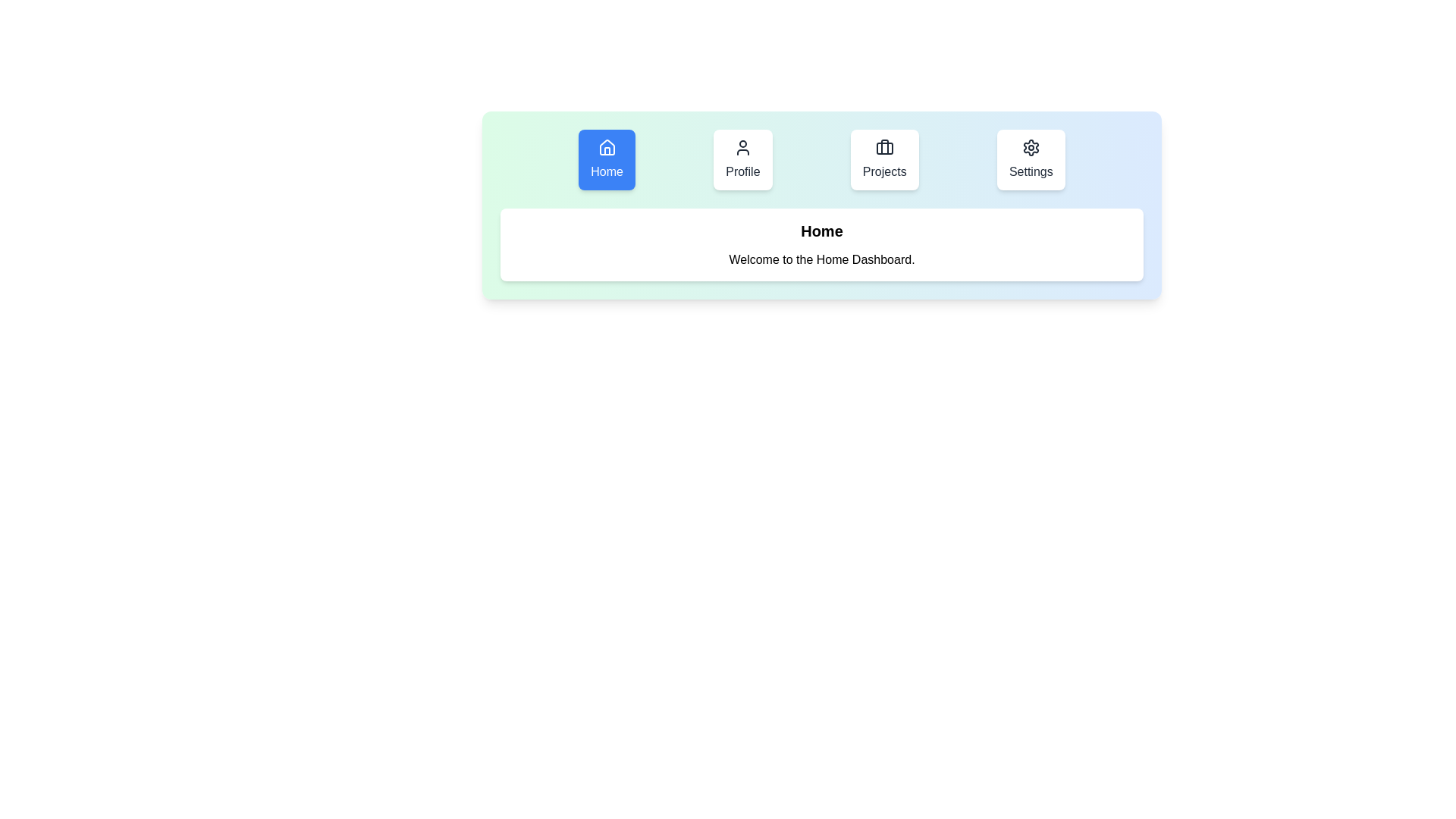 This screenshot has width=1456, height=819. What do you see at coordinates (742, 160) in the screenshot?
I see `the tab labeled Profile to inspect its content` at bounding box center [742, 160].